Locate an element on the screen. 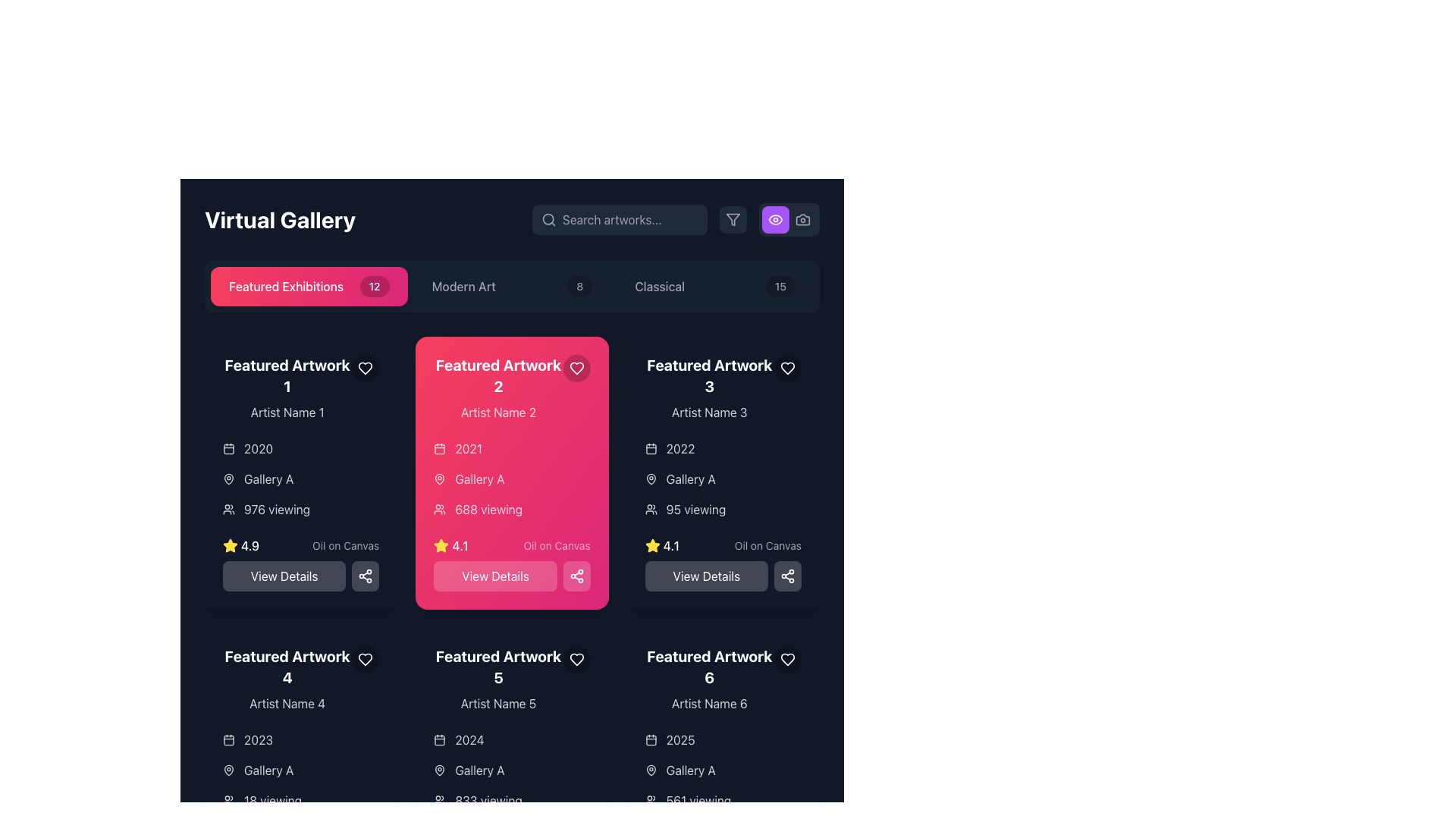 The width and height of the screenshot is (1456, 819). informational text label indicating the gallery associated with the artwork, located in the 'Featured Artwork 5' section, to the right of the map pin icon and below the year '2024' is located at coordinates (479, 770).